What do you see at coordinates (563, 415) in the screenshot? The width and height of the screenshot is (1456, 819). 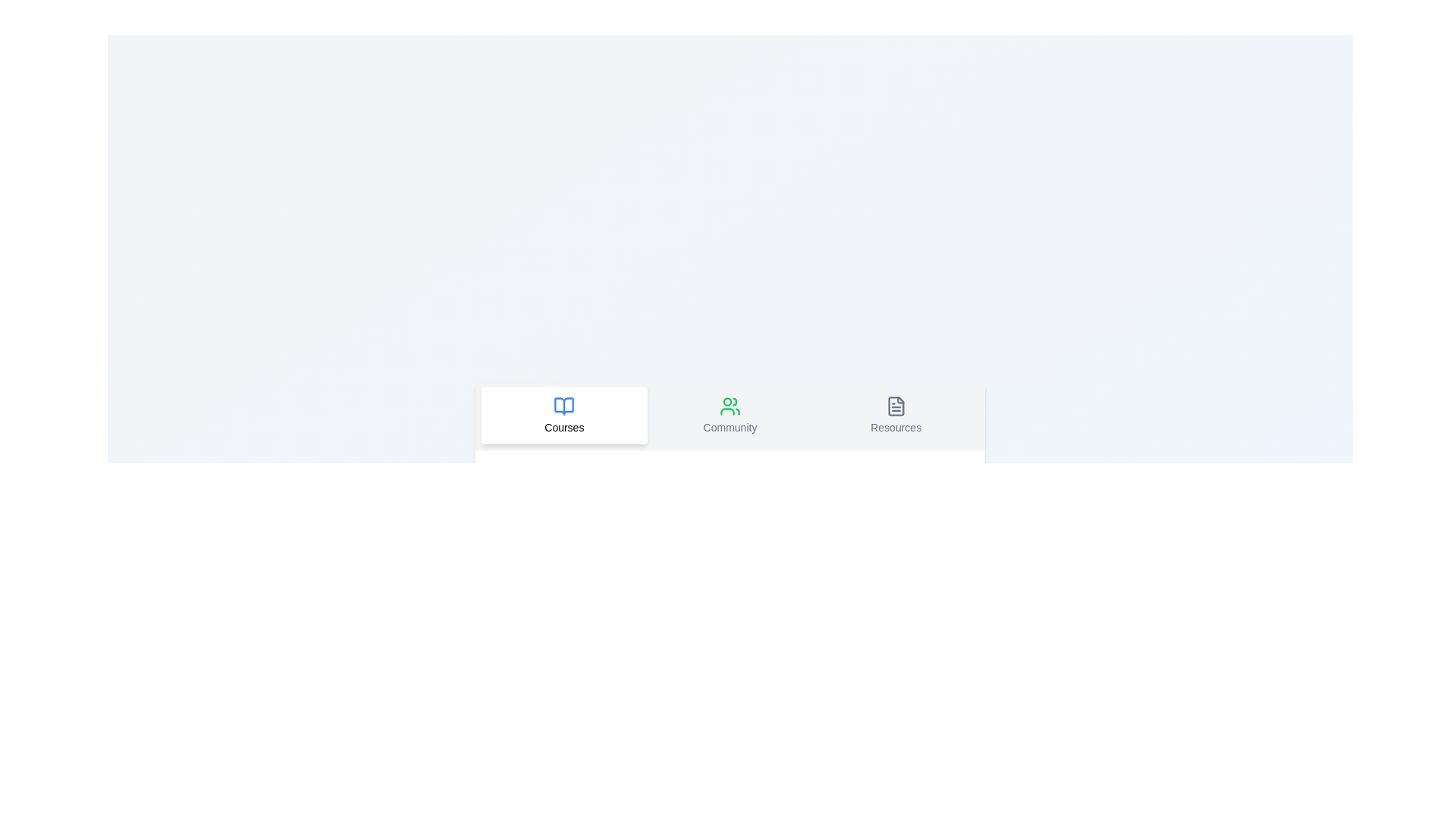 I see `the Courses tab` at bounding box center [563, 415].